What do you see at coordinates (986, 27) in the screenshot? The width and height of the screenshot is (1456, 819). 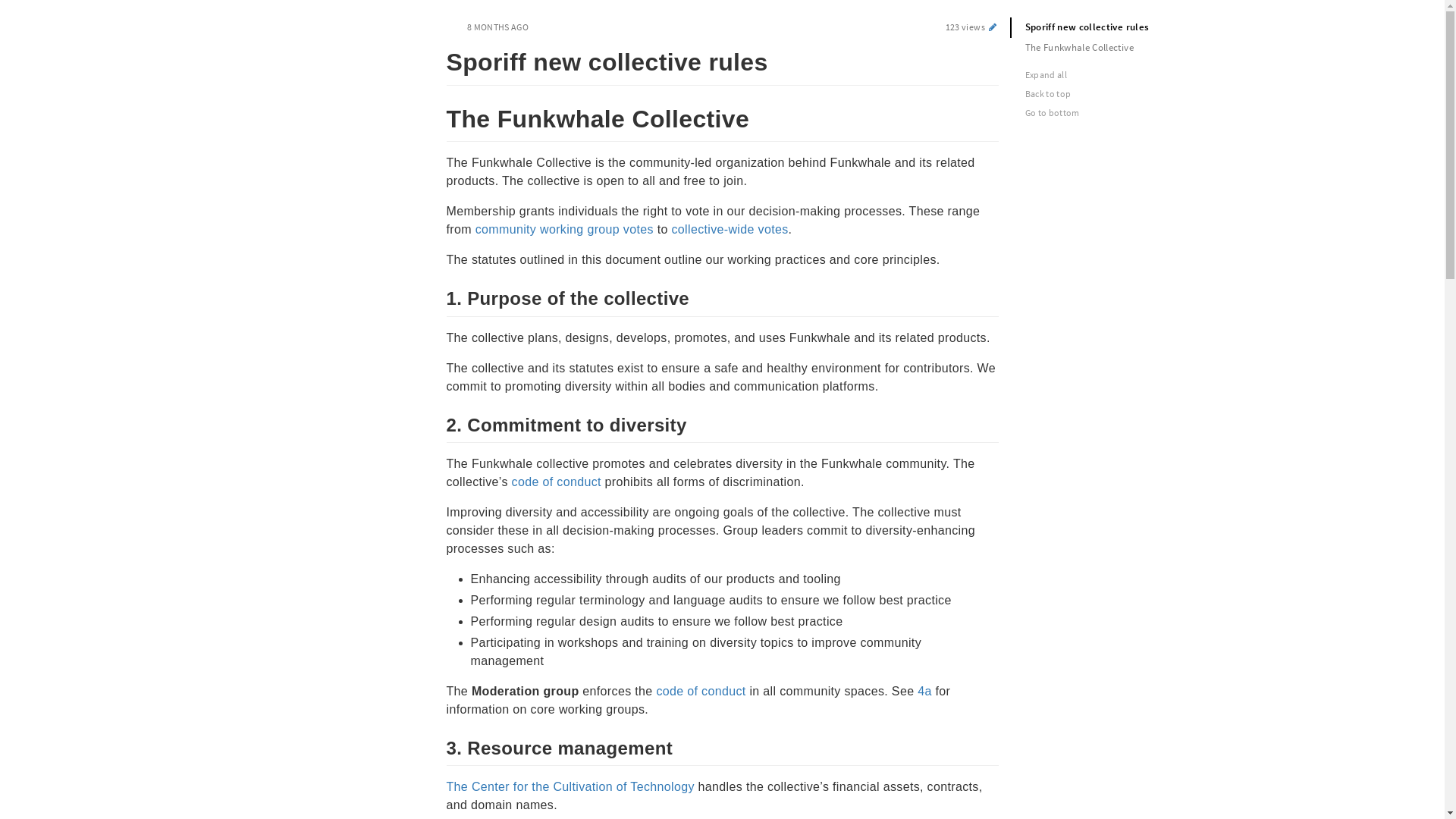 I see `'Edit this note'` at bounding box center [986, 27].